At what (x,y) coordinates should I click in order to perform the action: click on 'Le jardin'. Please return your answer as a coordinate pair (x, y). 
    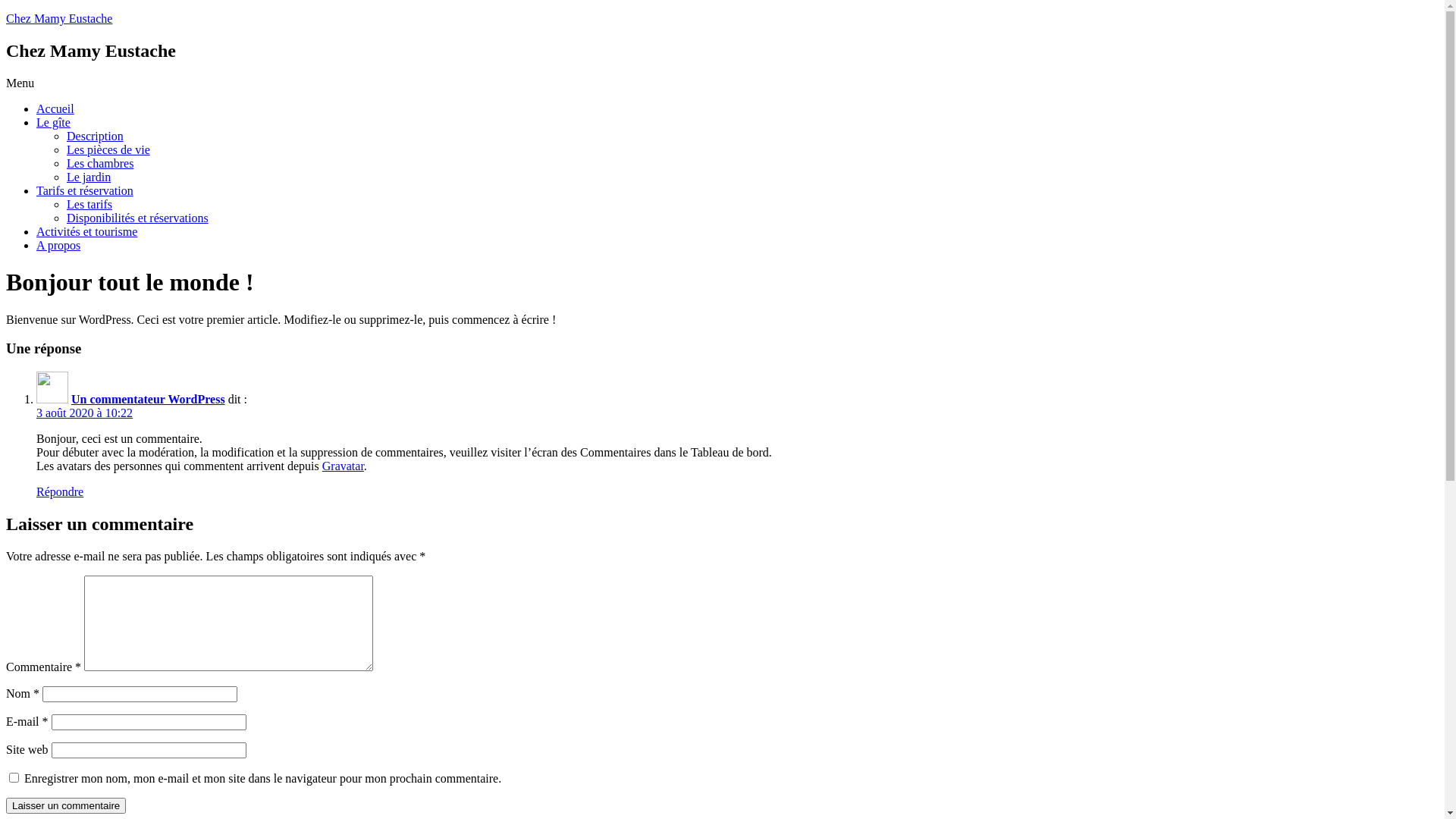
    Looking at the image, I should click on (87, 176).